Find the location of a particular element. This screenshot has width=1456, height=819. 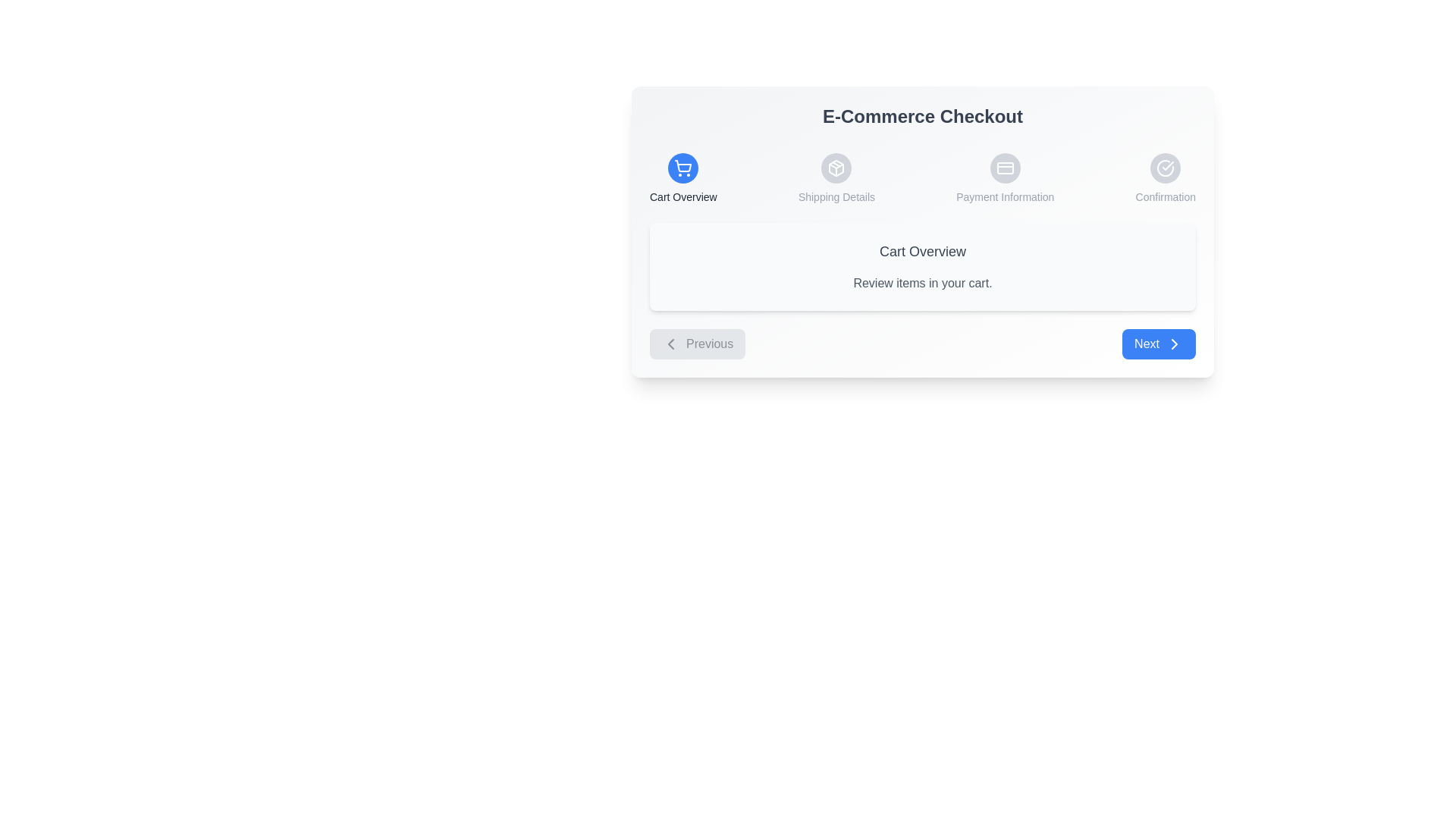

the circular button with a light gray background and a white credit card symbol, which is the third button in the horizontal sequence of checkout steps is located at coordinates (1005, 168).